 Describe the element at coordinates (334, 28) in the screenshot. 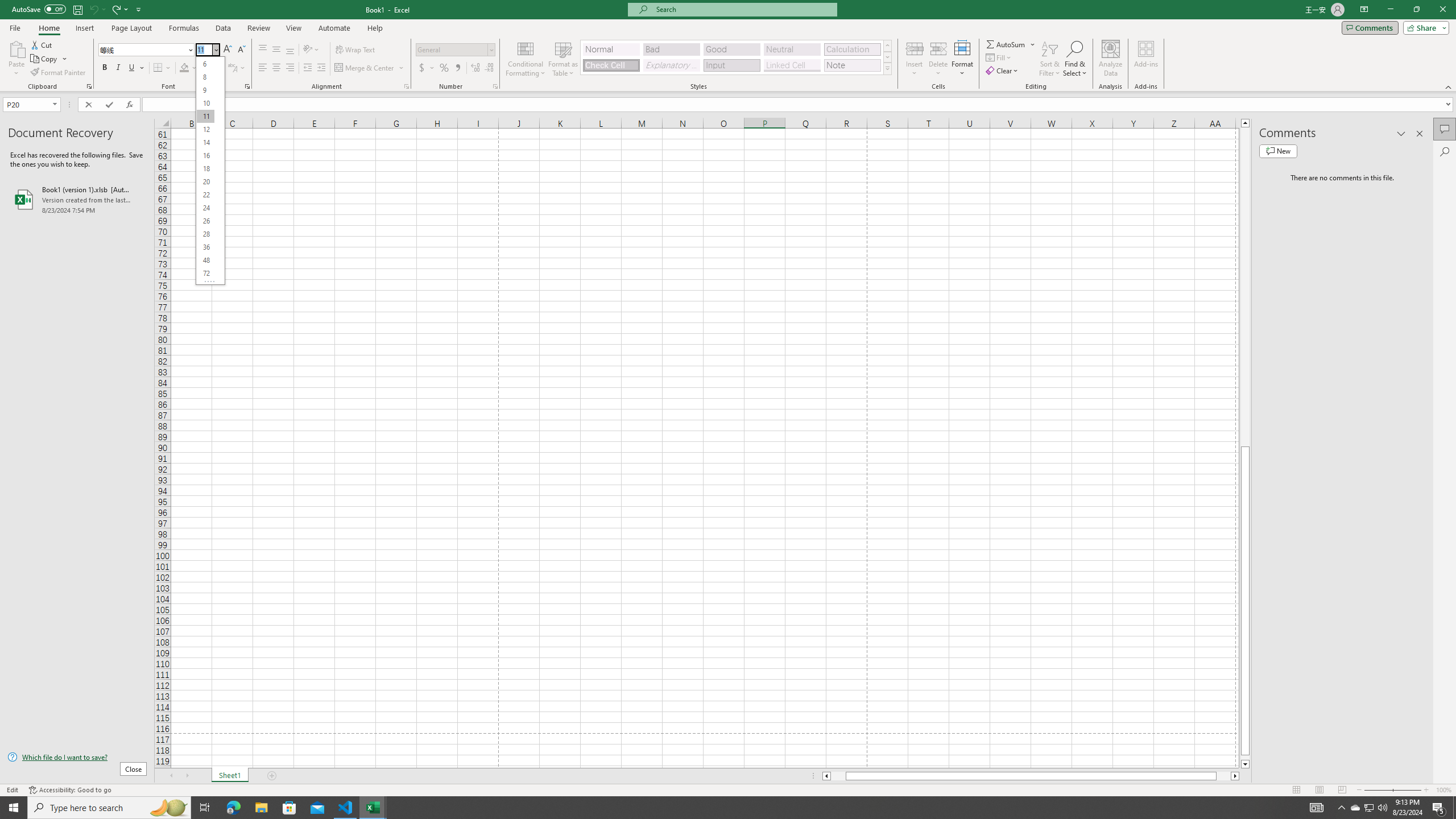

I see `'Automate'` at that location.